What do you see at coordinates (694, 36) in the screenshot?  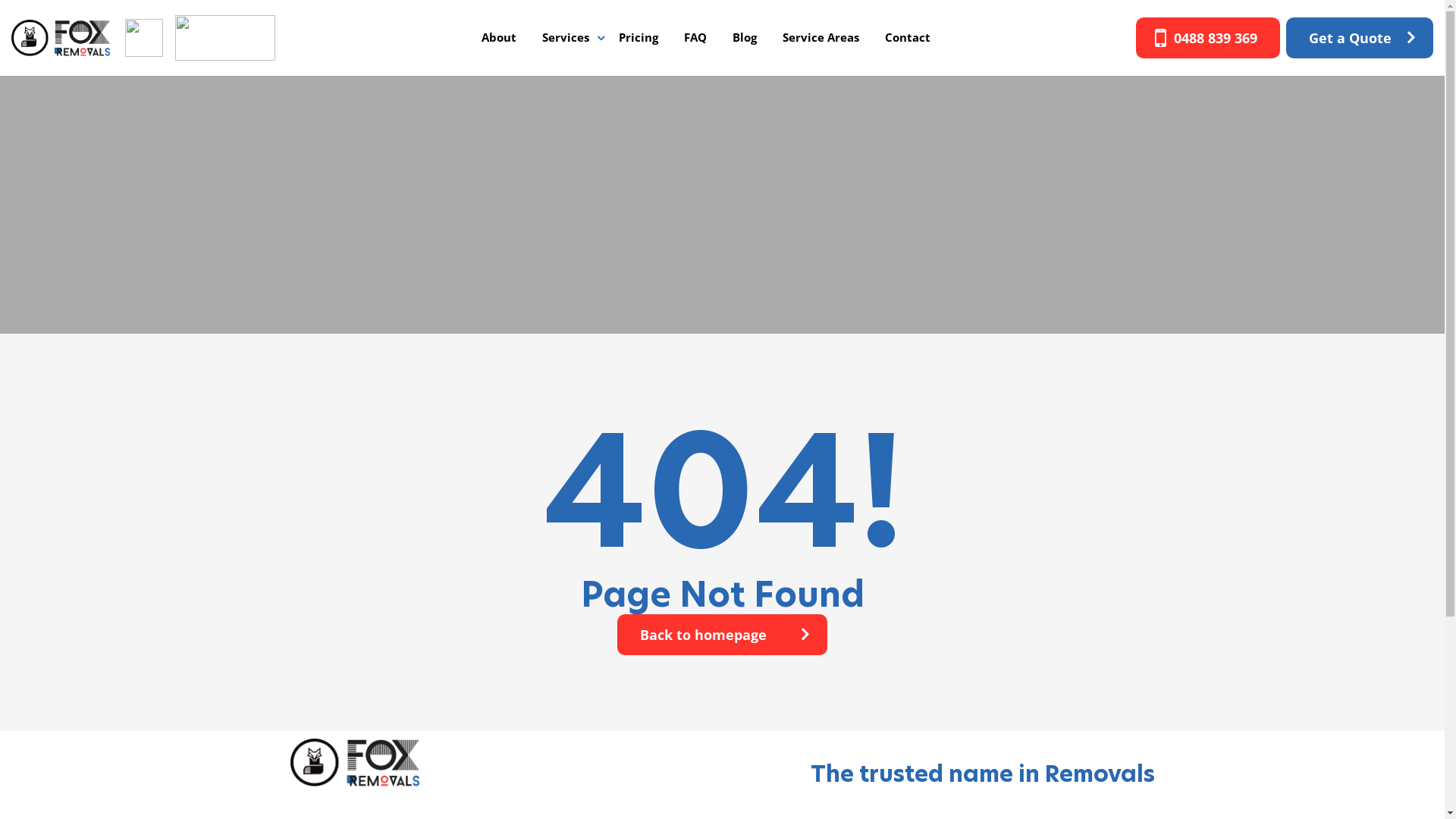 I see `'FAQ'` at bounding box center [694, 36].